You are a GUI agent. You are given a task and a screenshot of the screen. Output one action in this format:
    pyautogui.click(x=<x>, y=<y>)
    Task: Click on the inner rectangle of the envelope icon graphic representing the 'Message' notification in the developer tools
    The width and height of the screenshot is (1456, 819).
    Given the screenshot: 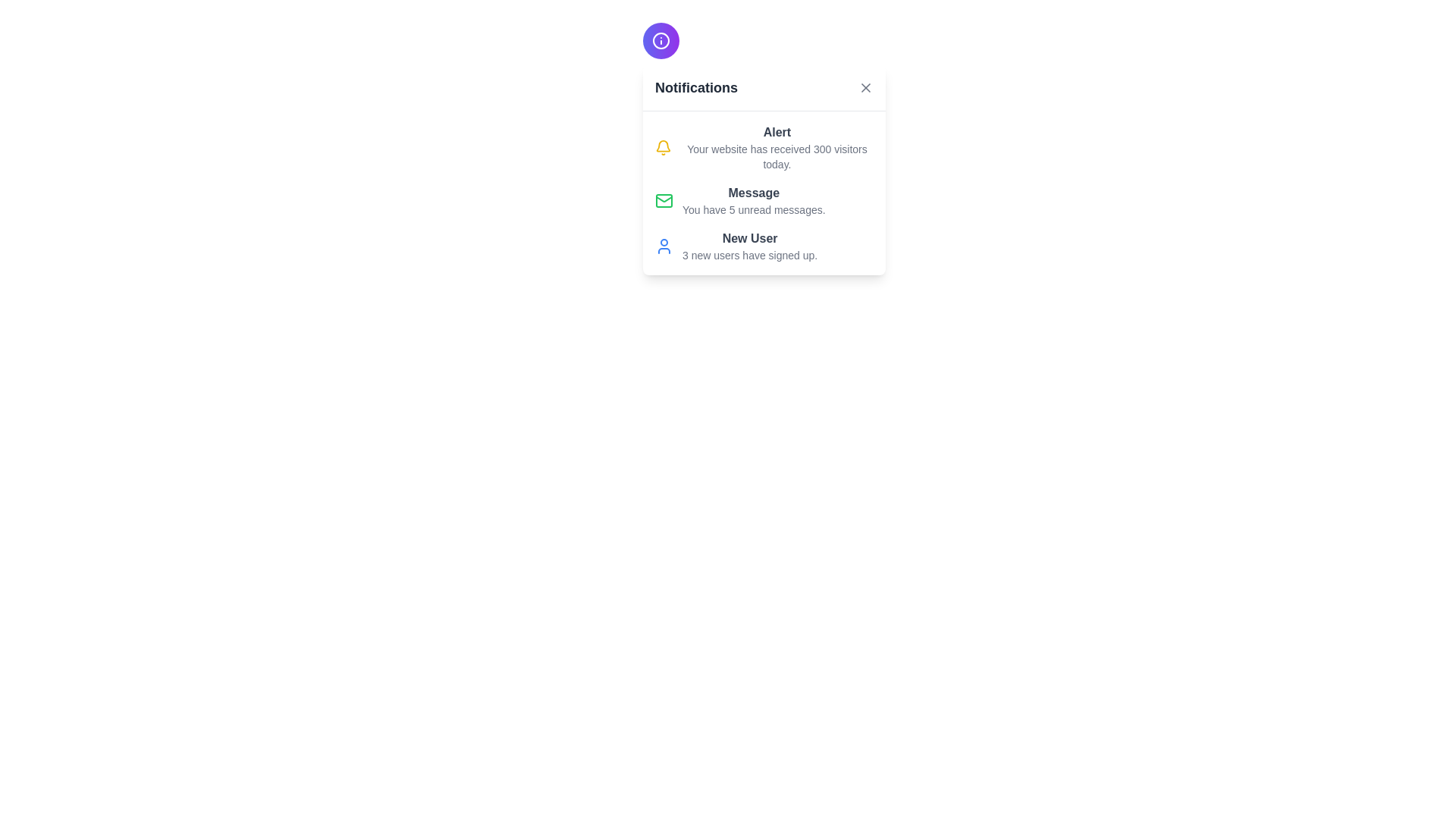 What is the action you would take?
    pyautogui.click(x=664, y=200)
    